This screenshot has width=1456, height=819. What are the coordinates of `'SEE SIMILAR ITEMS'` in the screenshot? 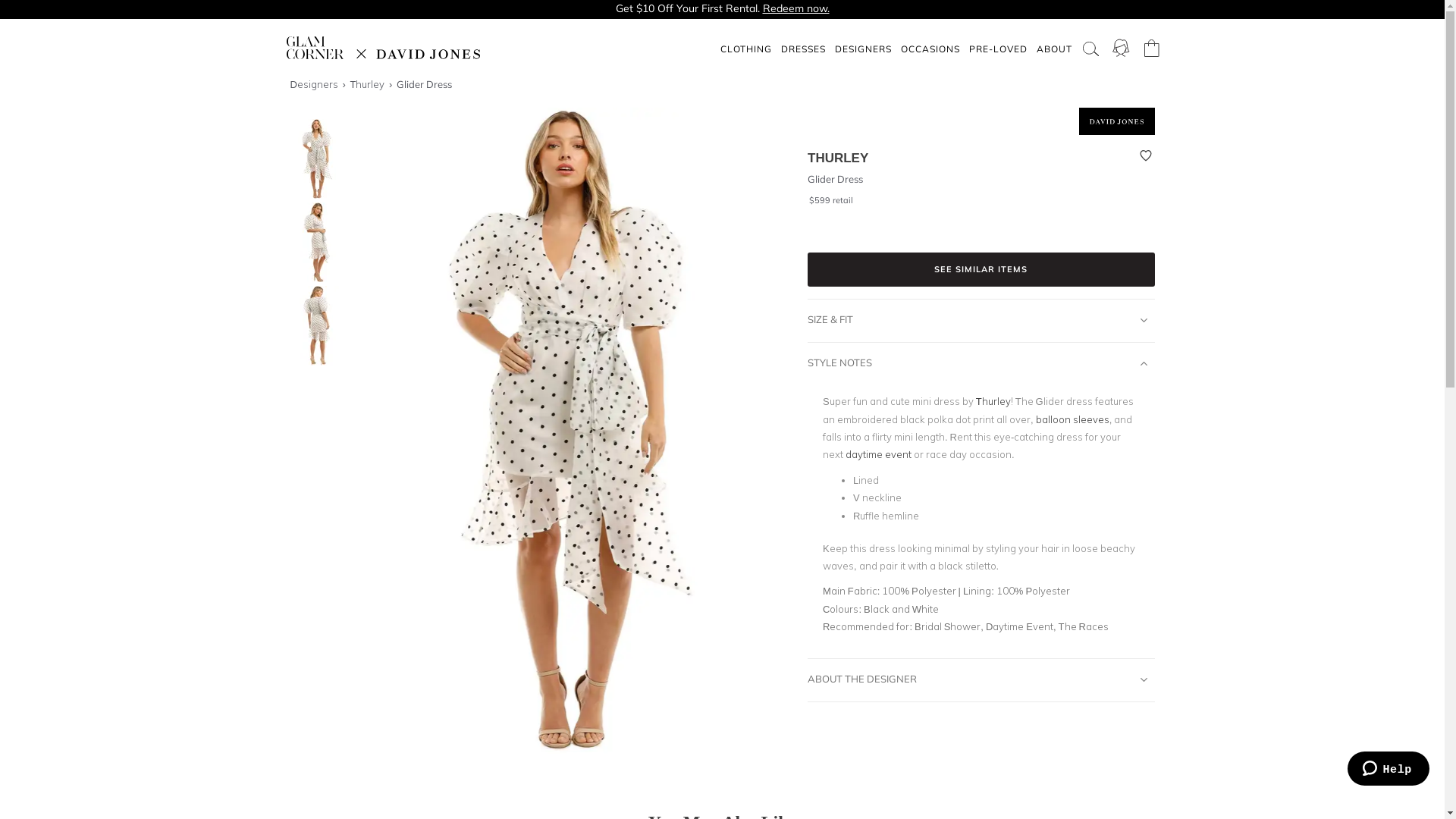 It's located at (981, 268).